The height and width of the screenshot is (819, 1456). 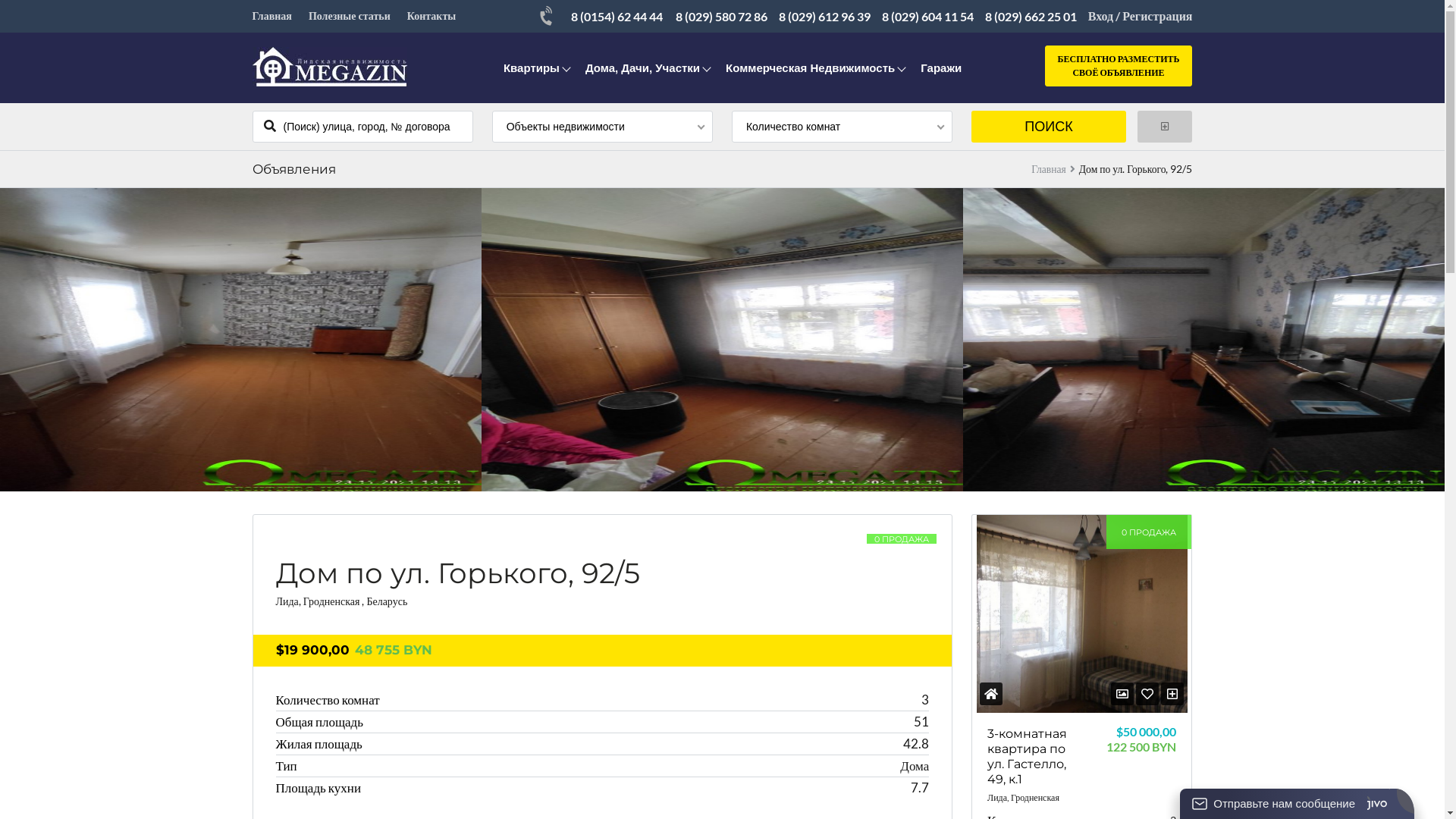 What do you see at coordinates (1031, 16) in the screenshot?
I see `'8 (029) 662 25 01'` at bounding box center [1031, 16].